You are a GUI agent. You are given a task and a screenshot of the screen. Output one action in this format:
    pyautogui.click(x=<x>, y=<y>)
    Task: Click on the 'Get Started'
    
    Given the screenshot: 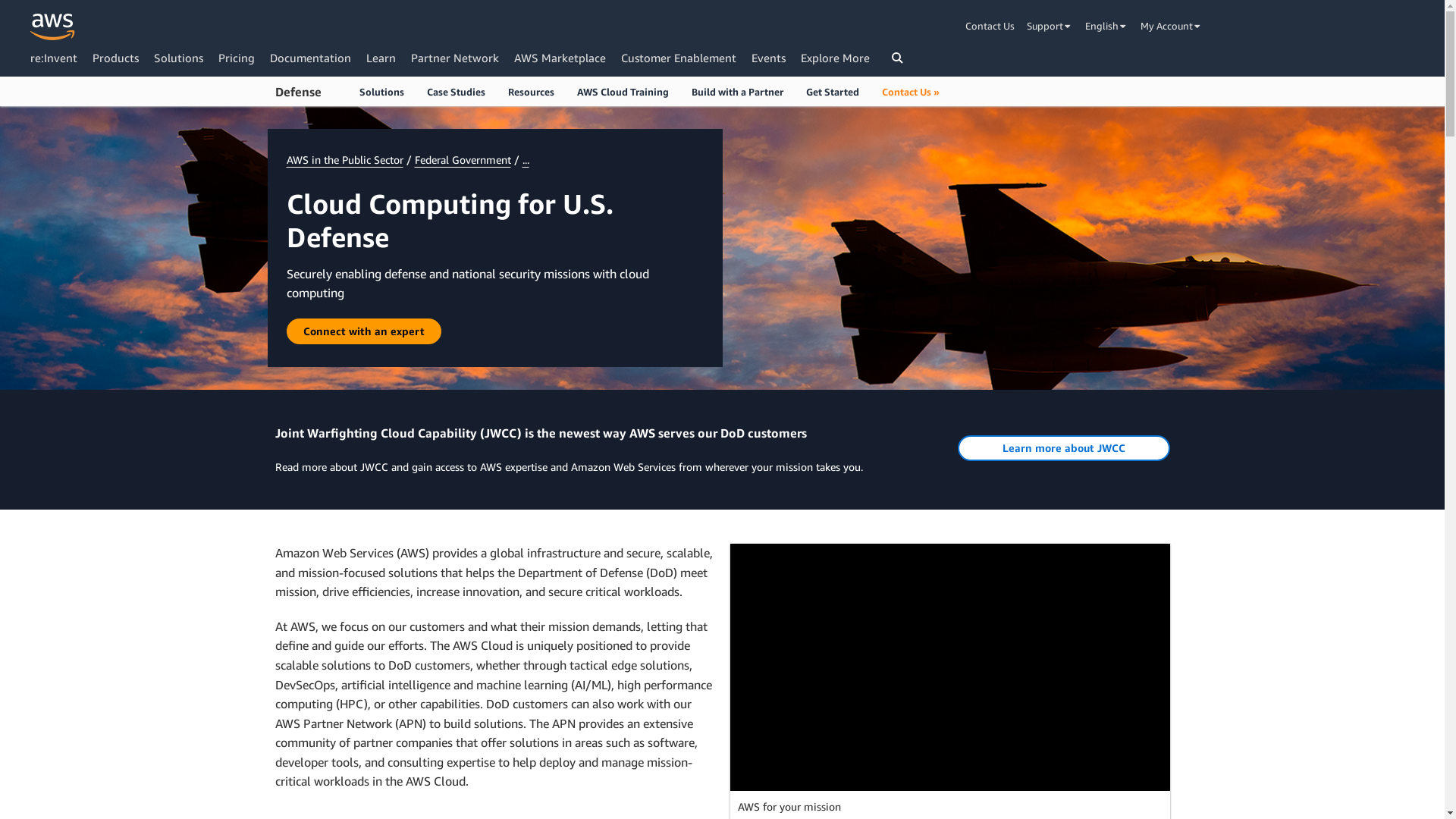 What is the action you would take?
    pyautogui.click(x=832, y=91)
    